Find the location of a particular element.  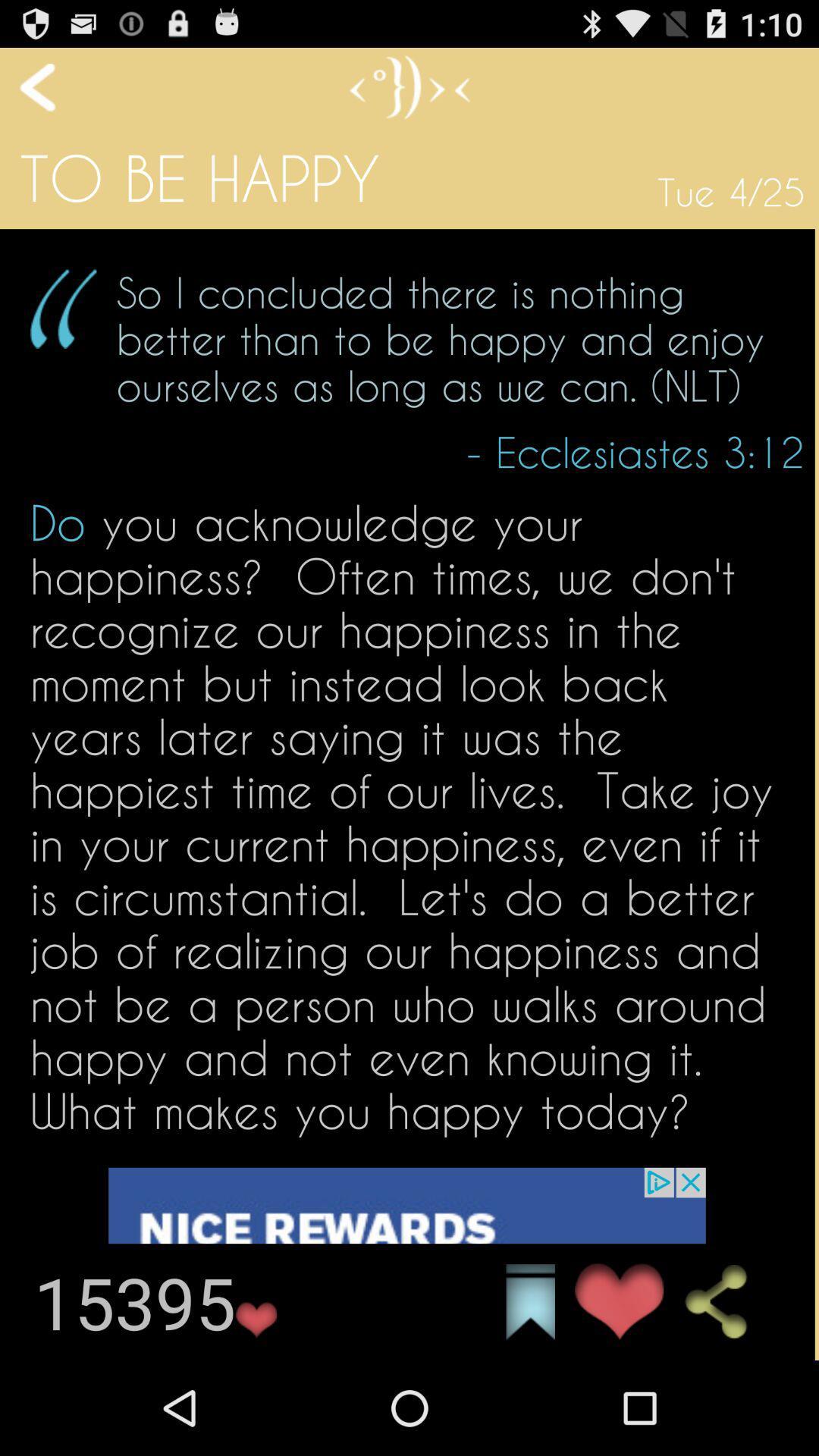

click favorite icon is located at coordinates (619, 1301).